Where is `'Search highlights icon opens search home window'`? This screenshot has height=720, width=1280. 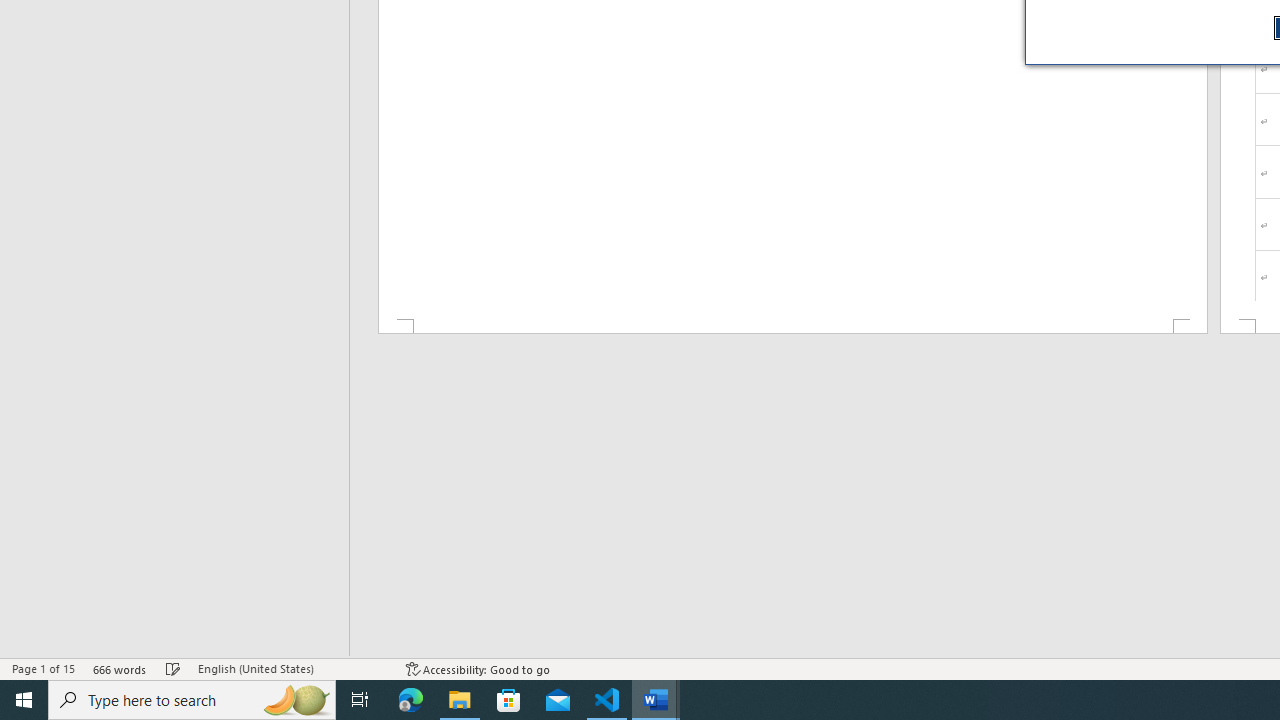
'Search highlights icon opens search home window' is located at coordinates (294, 698).